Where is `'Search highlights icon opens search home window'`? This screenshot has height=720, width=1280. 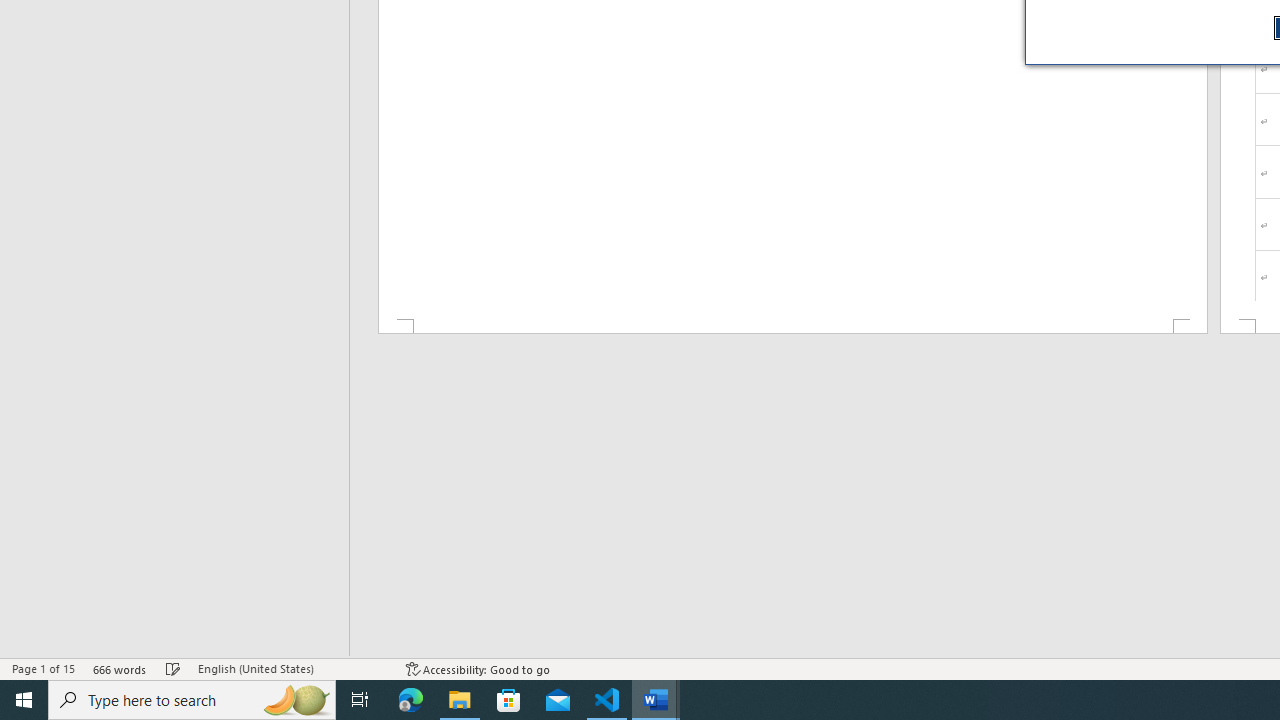
'Search highlights icon opens search home window' is located at coordinates (294, 698).